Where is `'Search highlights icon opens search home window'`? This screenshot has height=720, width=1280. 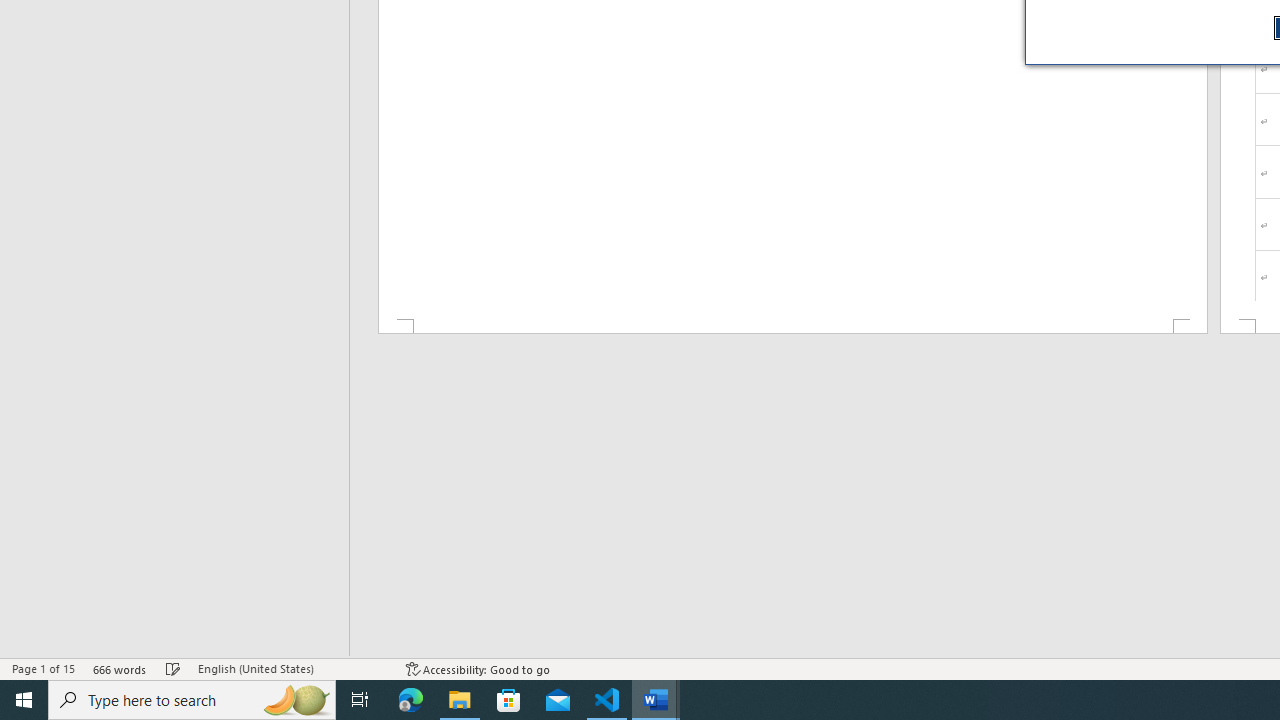
'Search highlights icon opens search home window' is located at coordinates (294, 698).